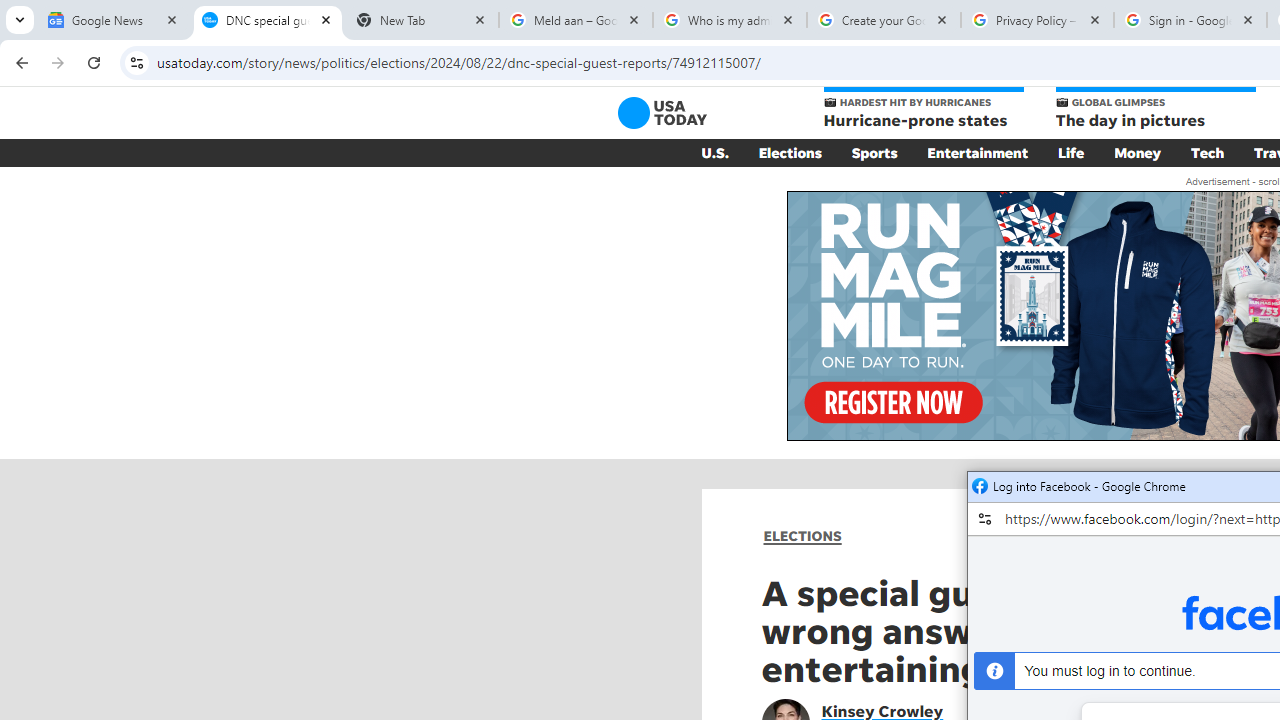  Describe the element at coordinates (729, 20) in the screenshot. I see `'Who is my administrator? - Google Account Help'` at that location.